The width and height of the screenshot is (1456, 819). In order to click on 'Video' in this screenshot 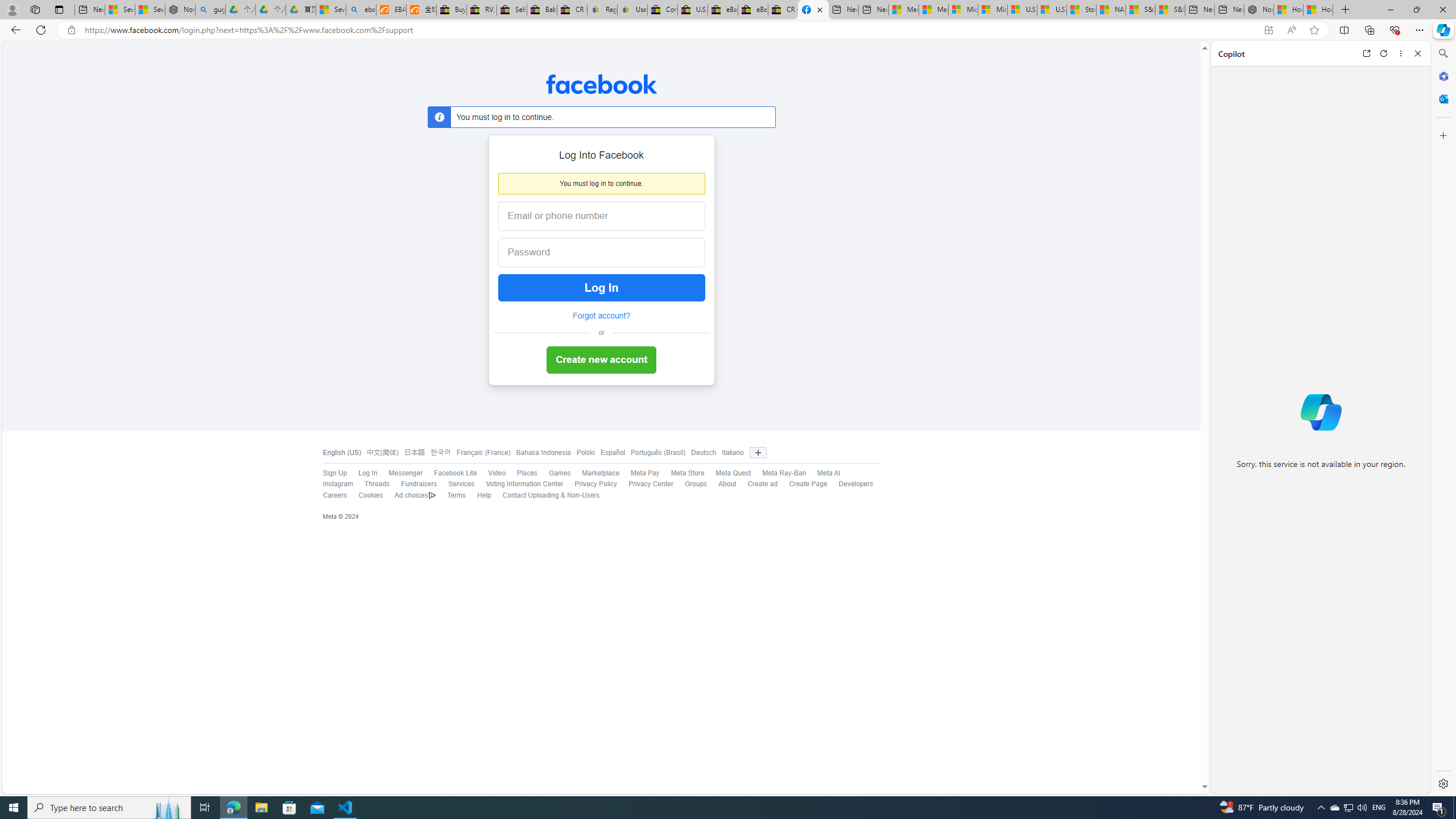, I will do `click(490, 473)`.